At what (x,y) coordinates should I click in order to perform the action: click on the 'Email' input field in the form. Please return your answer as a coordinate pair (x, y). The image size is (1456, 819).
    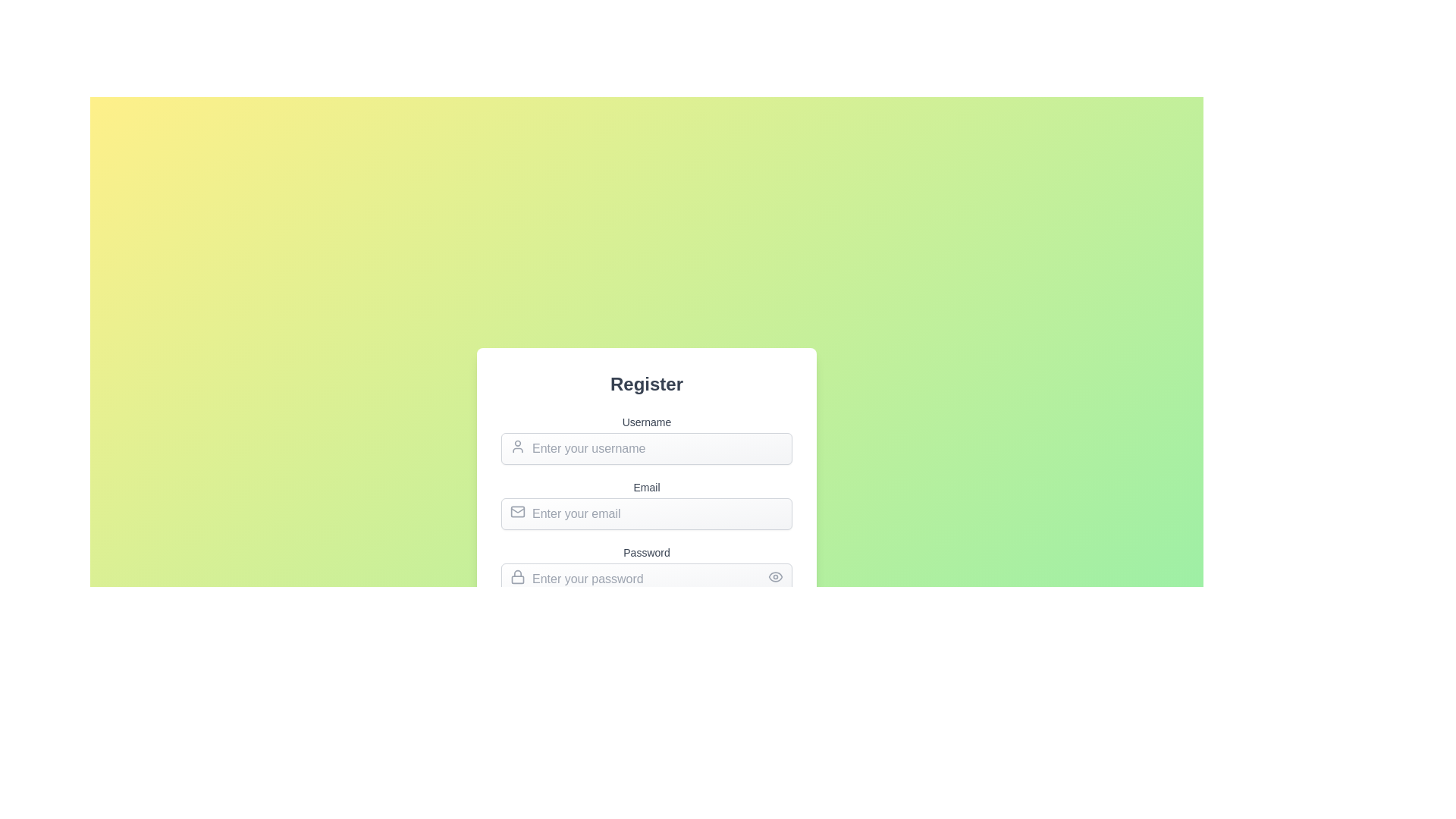
    Looking at the image, I should click on (647, 526).